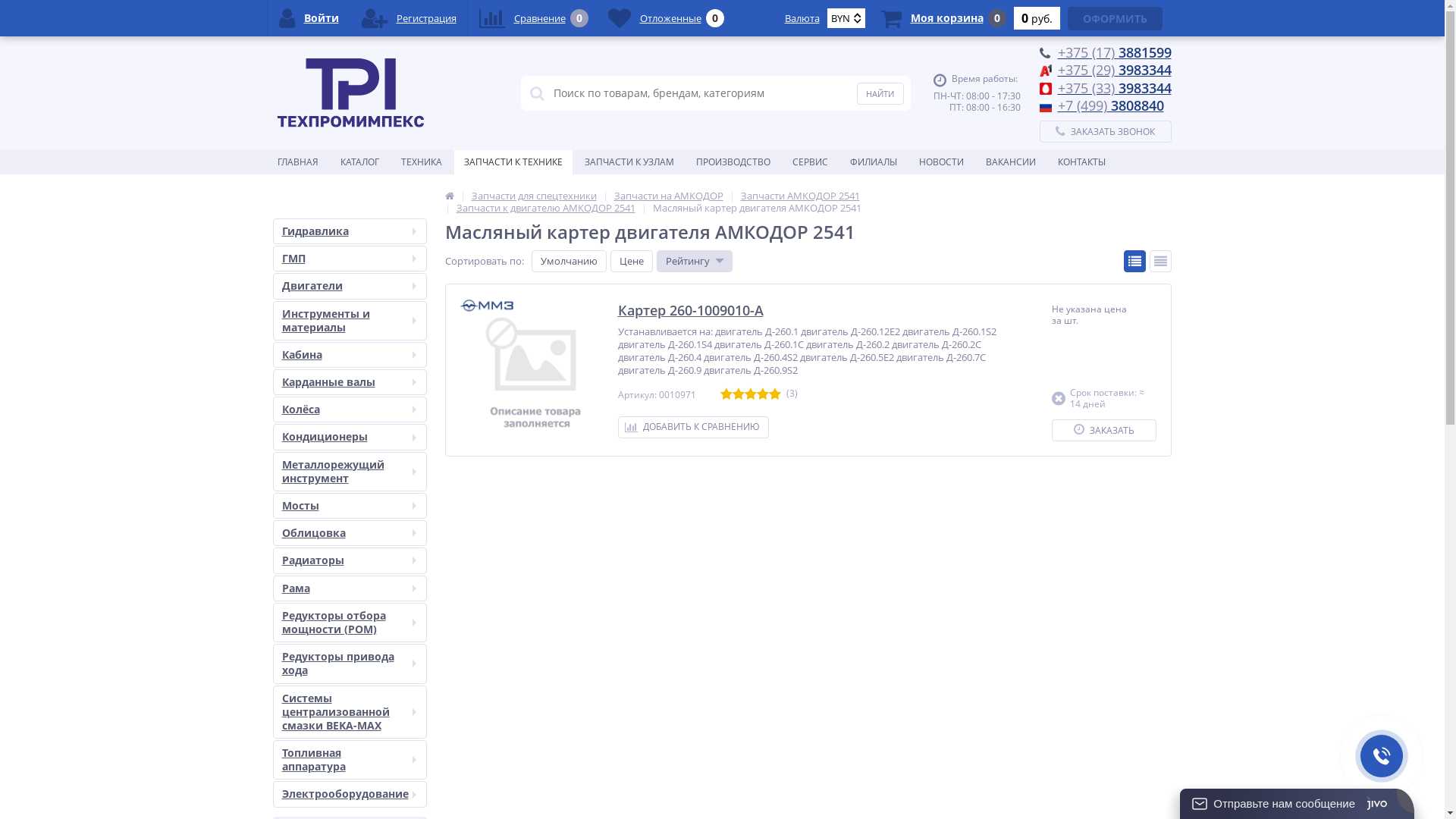 Image resolution: width=1456 pixels, height=819 pixels. I want to click on '3', so click(750, 394).